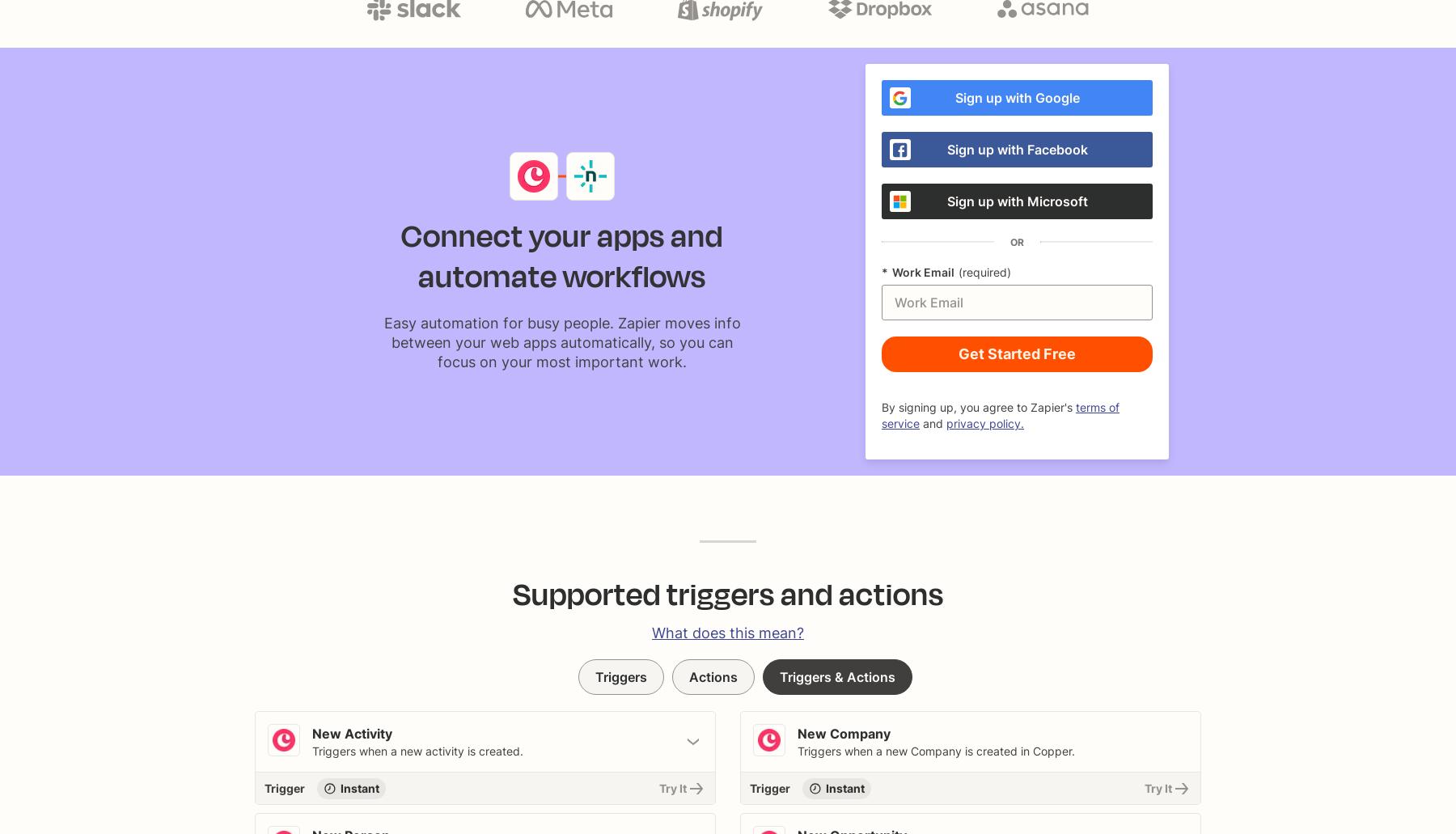 The width and height of the screenshot is (1456, 834). I want to click on '*', so click(882, 271).